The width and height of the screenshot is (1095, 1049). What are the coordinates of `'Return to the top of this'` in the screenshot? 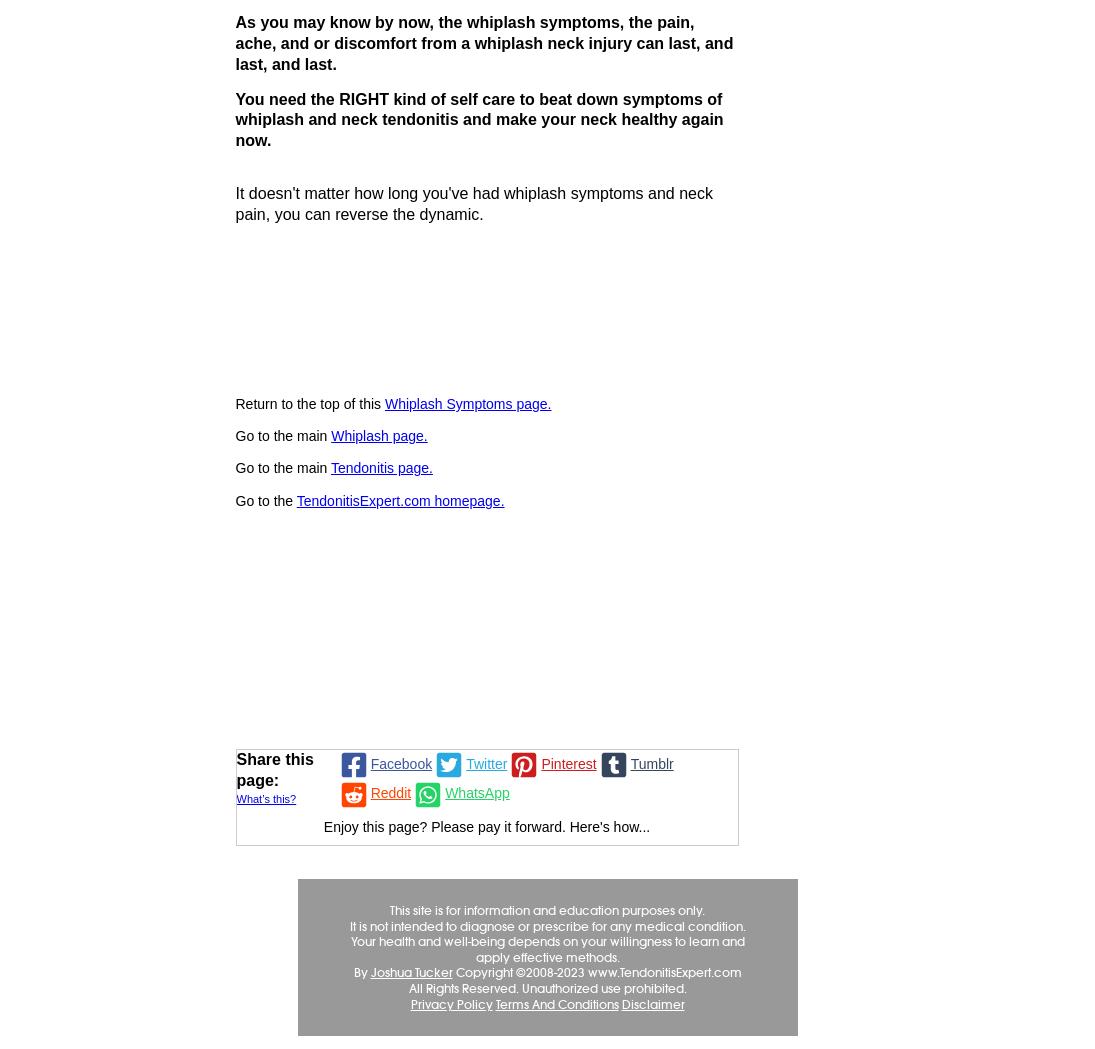 It's located at (234, 403).